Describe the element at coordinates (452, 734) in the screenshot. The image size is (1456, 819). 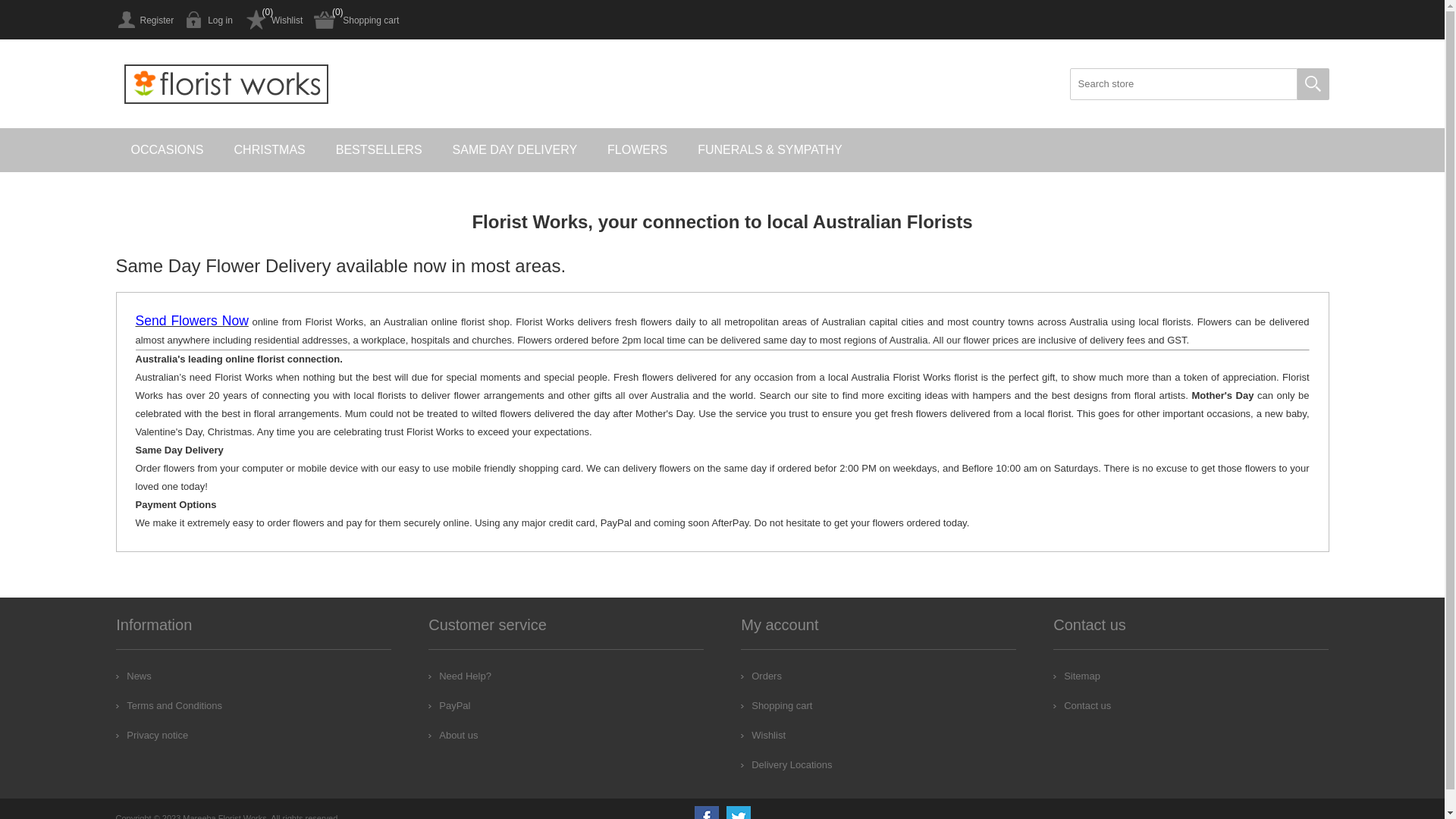
I see `'About us'` at that location.